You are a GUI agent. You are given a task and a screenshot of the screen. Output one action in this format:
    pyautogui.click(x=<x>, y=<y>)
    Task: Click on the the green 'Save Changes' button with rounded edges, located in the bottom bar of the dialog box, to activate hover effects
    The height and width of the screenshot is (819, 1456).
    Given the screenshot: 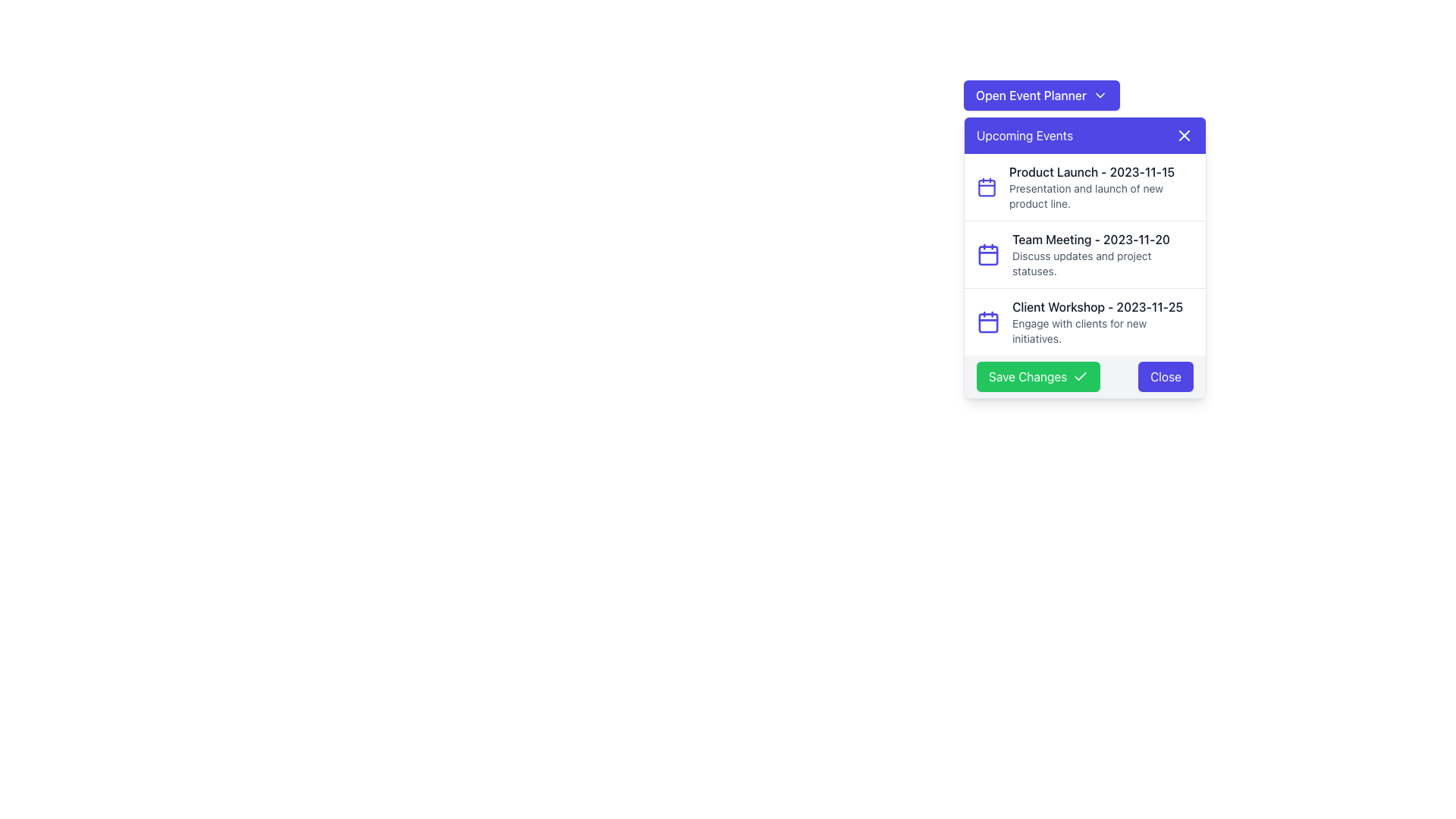 What is the action you would take?
    pyautogui.click(x=1037, y=376)
    